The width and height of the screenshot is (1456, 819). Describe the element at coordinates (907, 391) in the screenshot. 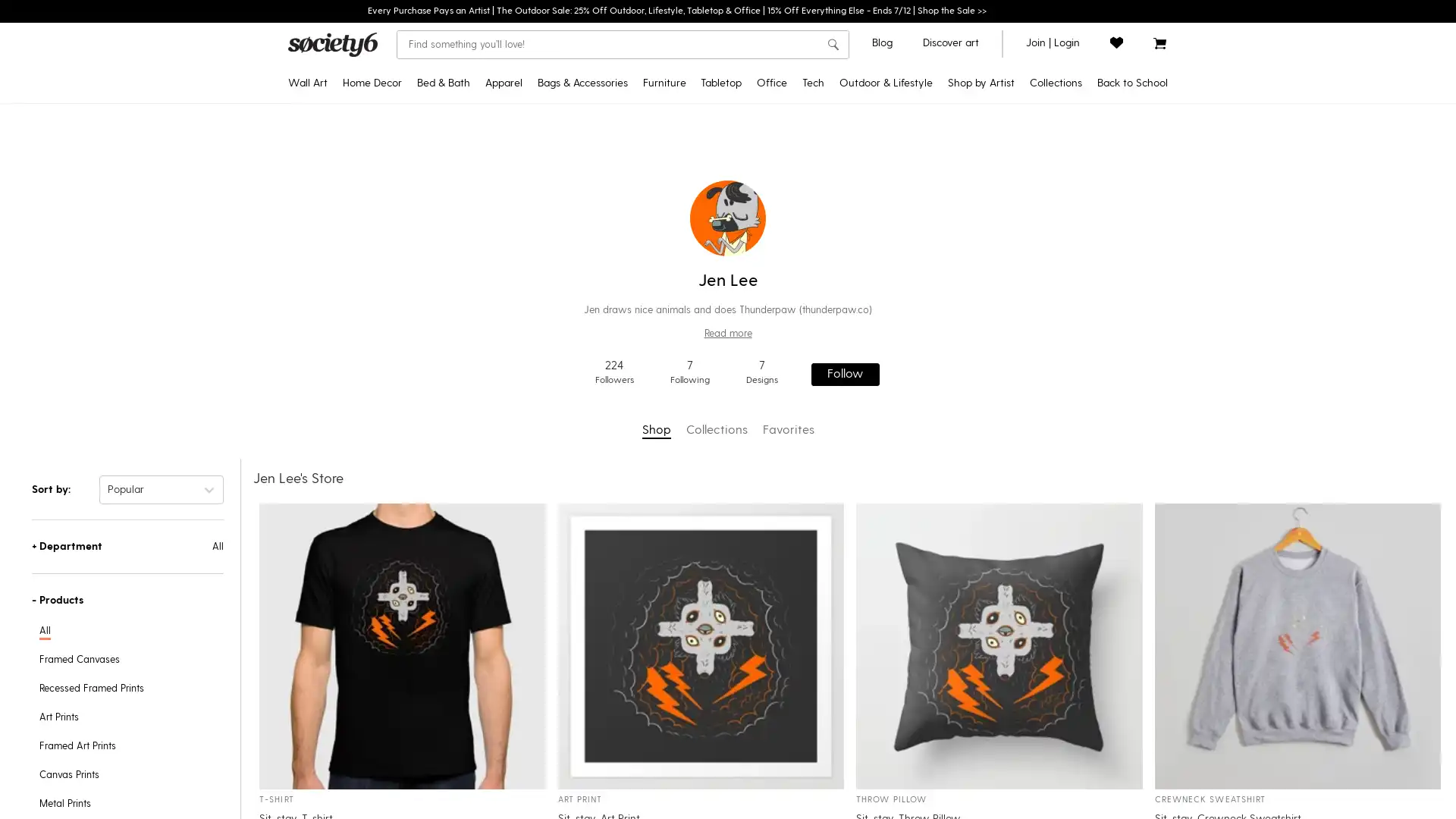

I see `Sling Chairs` at that location.